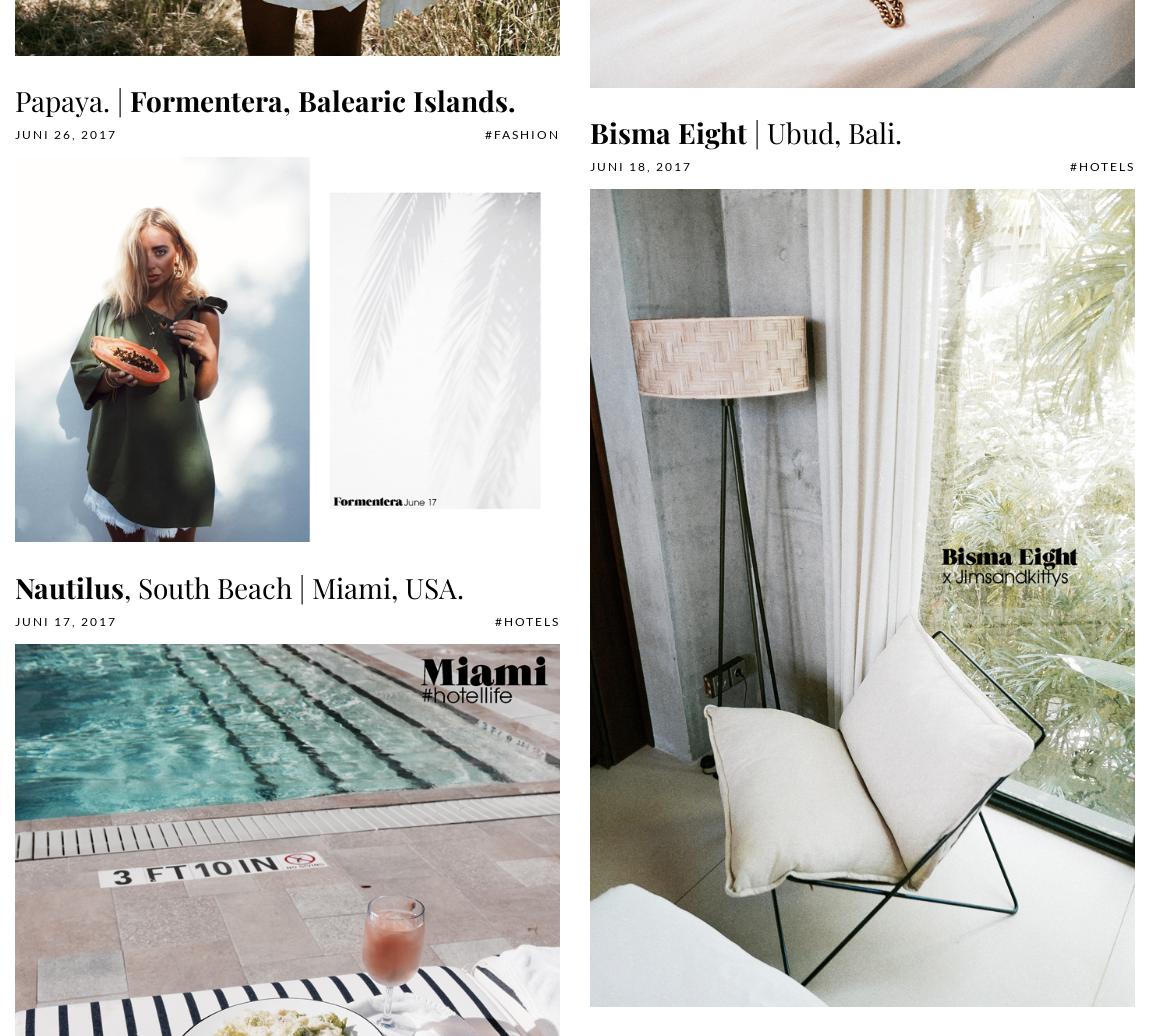 This screenshot has width=1150, height=1036. Describe the element at coordinates (68, 587) in the screenshot. I see `'Nautilus'` at that location.